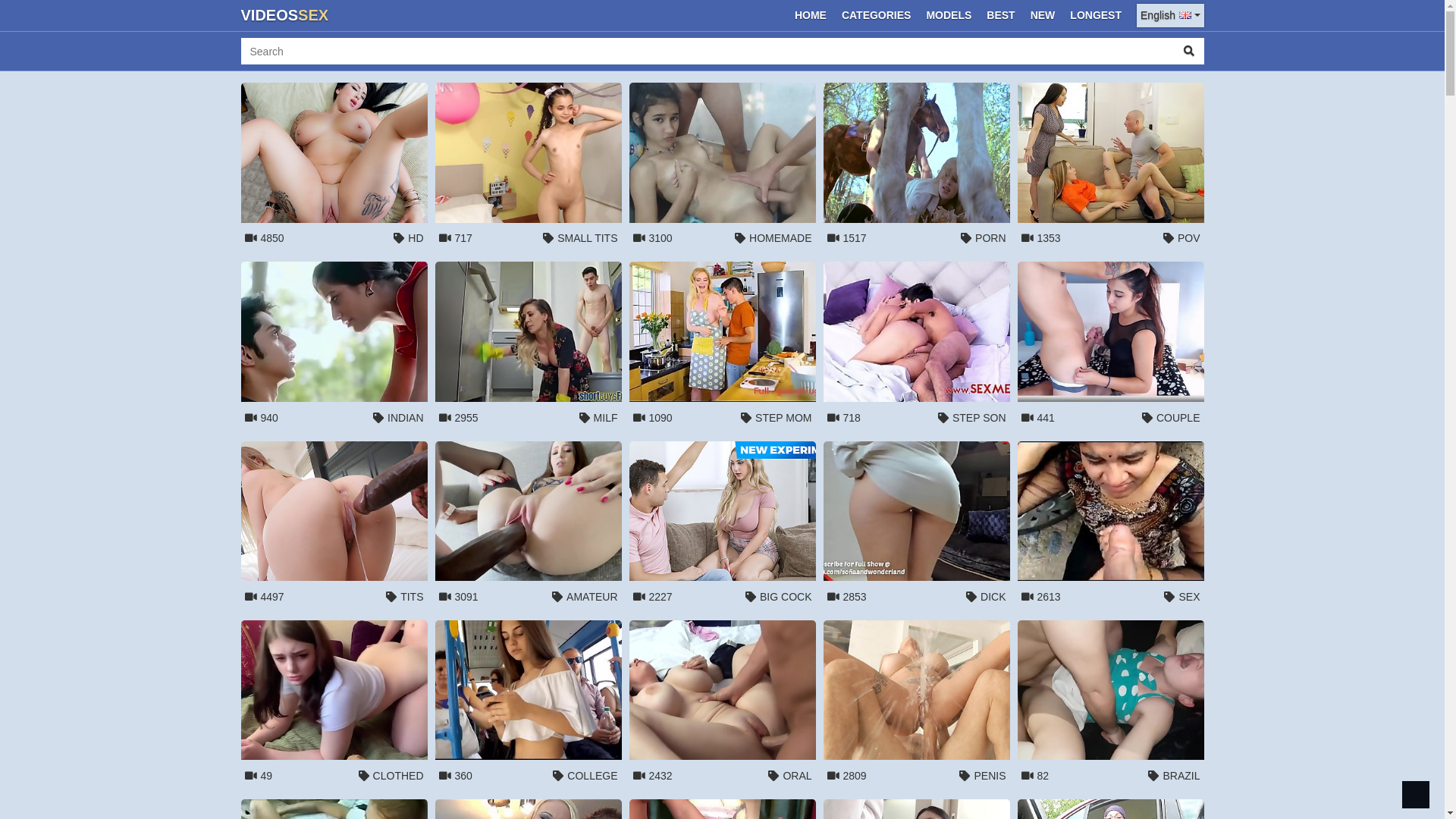 This screenshot has width=1456, height=819. What do you see at coordinates (1169, 15) in the screenshot?
I see `'English'` at bounding box center [1169, 15].